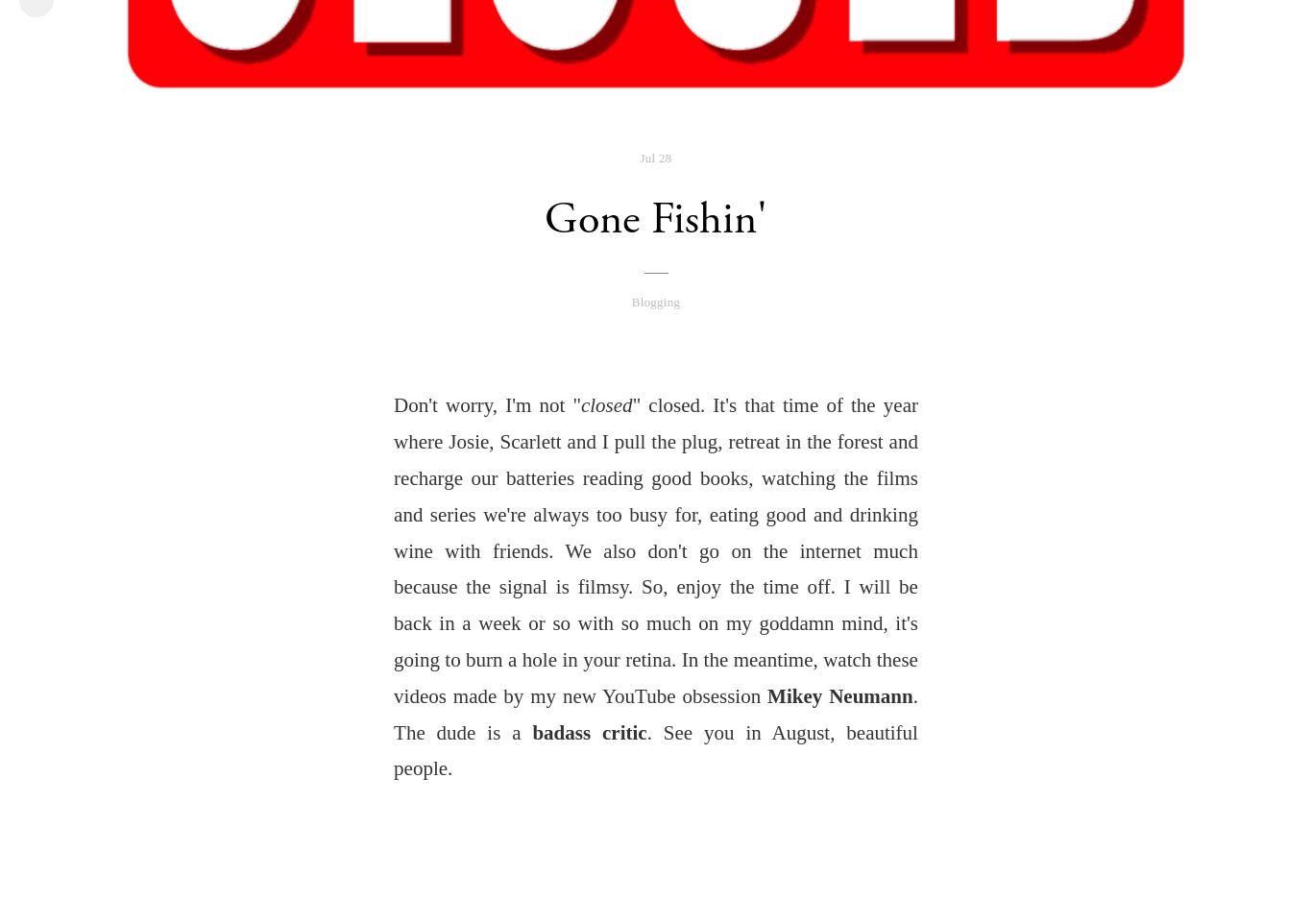 Image resolution: width=1312 pixels, height=924 pixels. Describe the element at coordinates (654, 300) in the screenshot. I see `'Blogging'` at that location.